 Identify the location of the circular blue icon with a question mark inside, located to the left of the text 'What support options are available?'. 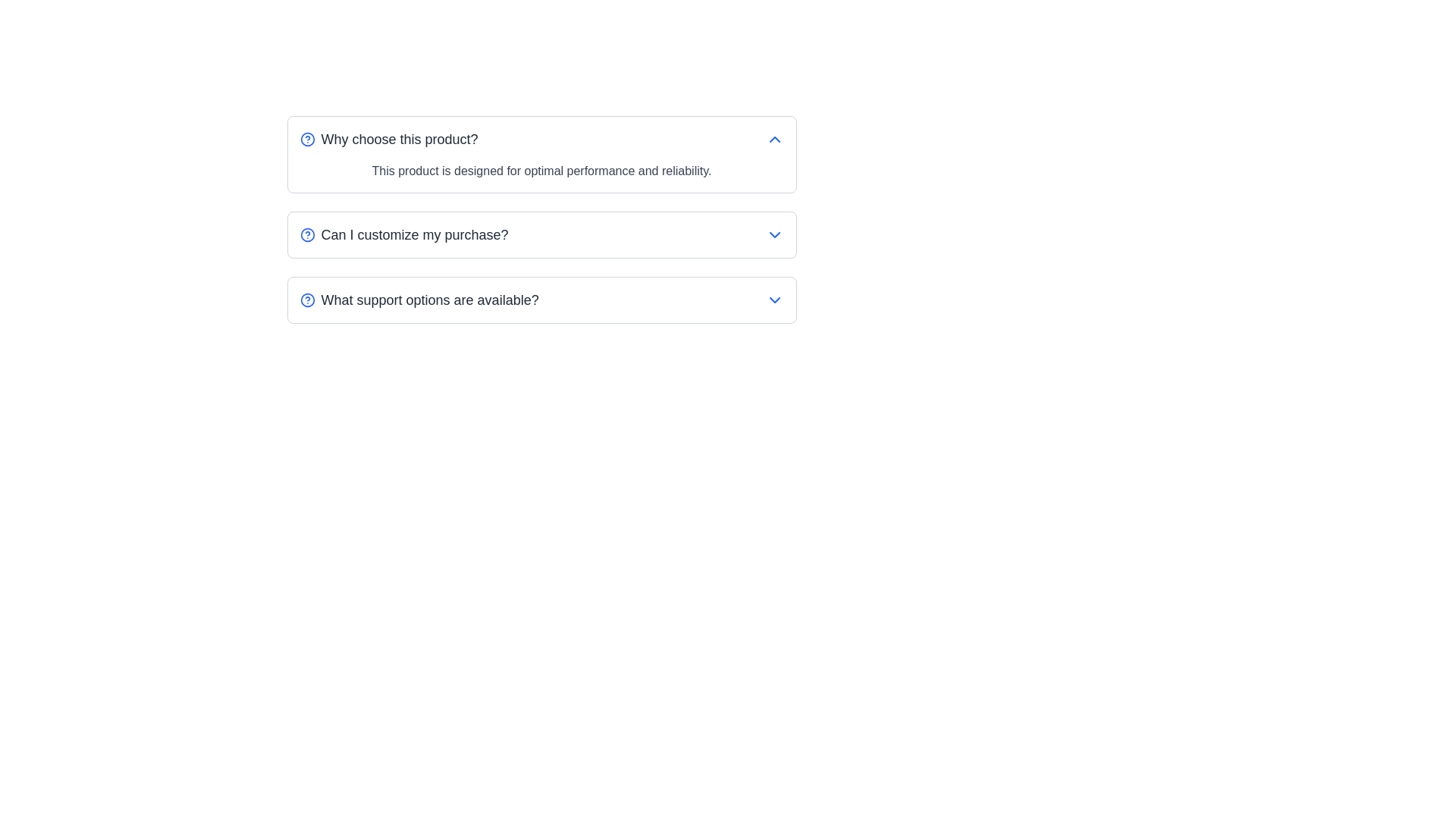
(306, 300).